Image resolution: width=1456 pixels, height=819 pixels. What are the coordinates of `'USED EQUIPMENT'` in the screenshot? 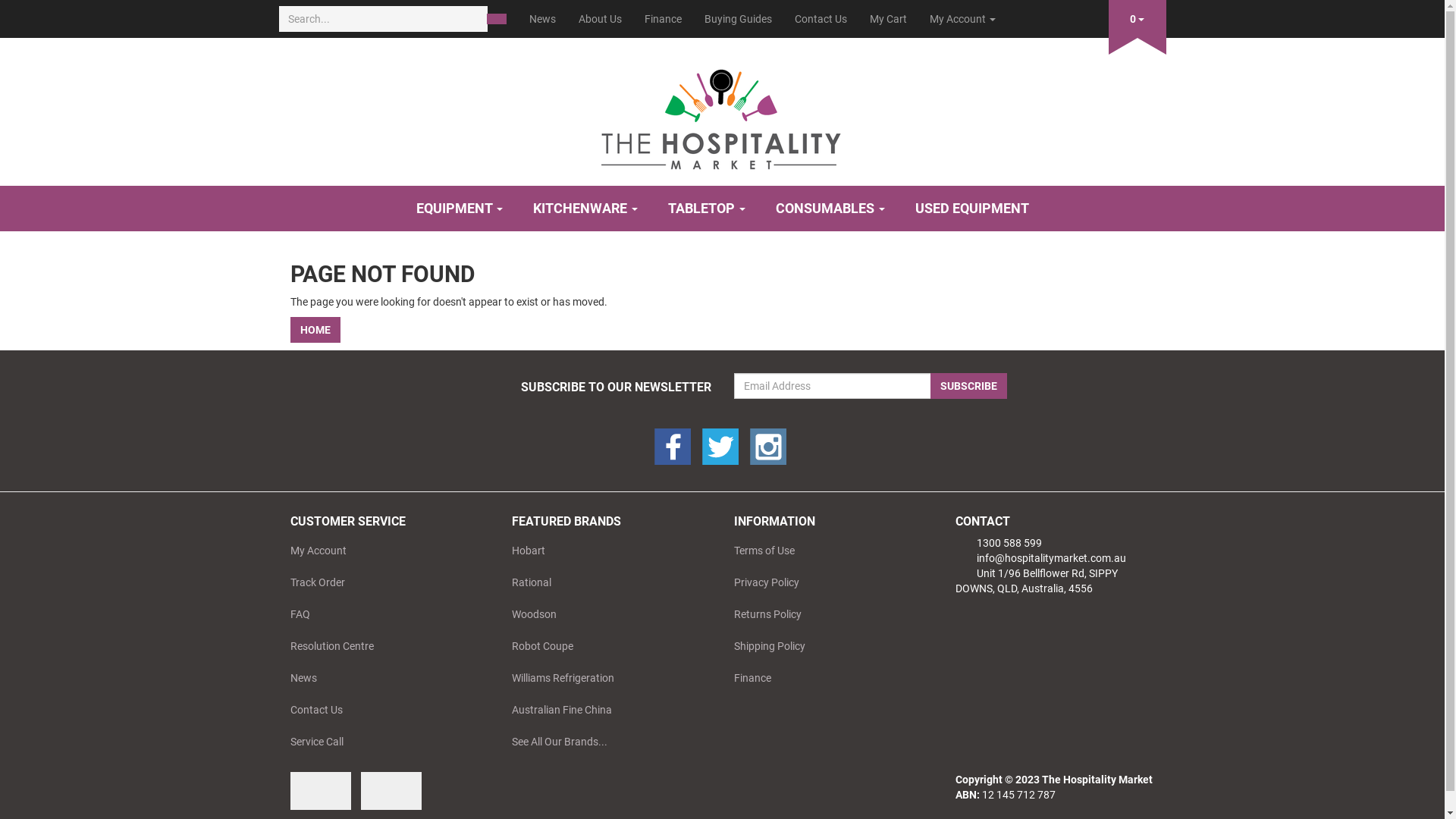 It's located at (971, 208).